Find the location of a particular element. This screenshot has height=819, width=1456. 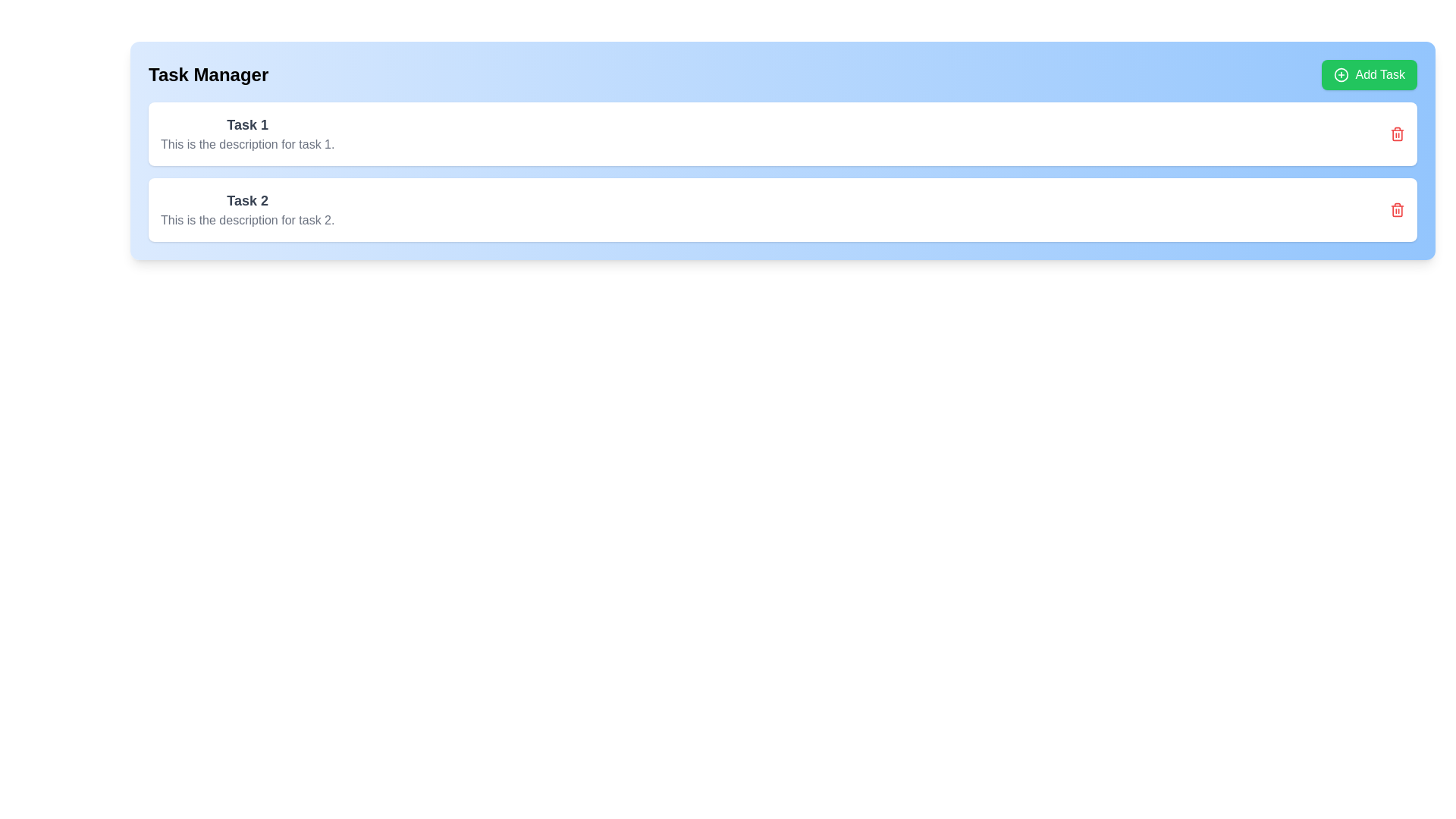

the gray italicized text 'This is the description for task 2.' located beneath the bold title 'Task 2' in the second task card layout is located at coordinates (247, 220).